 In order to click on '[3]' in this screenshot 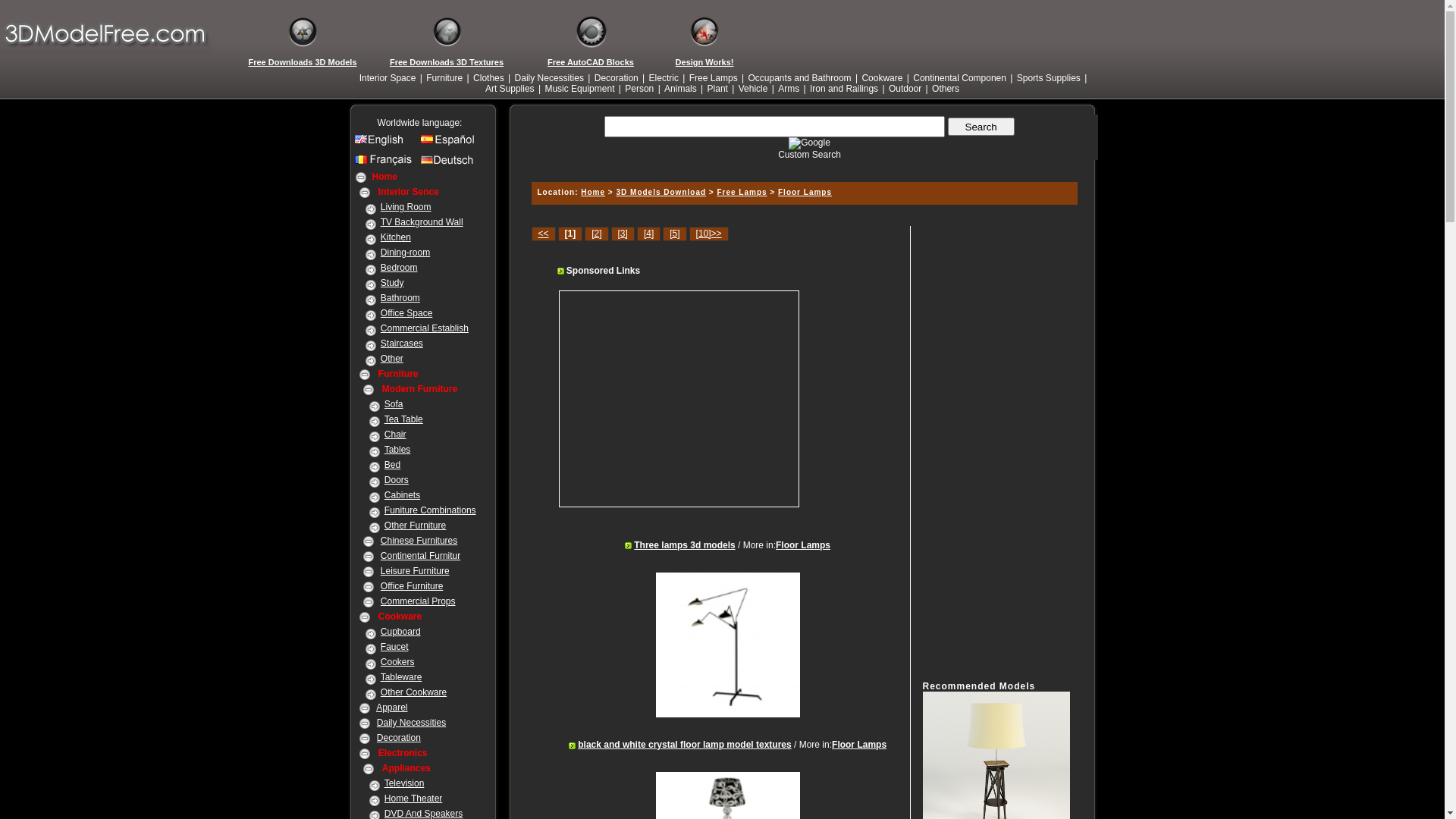, I will do `click(611, 234)`.